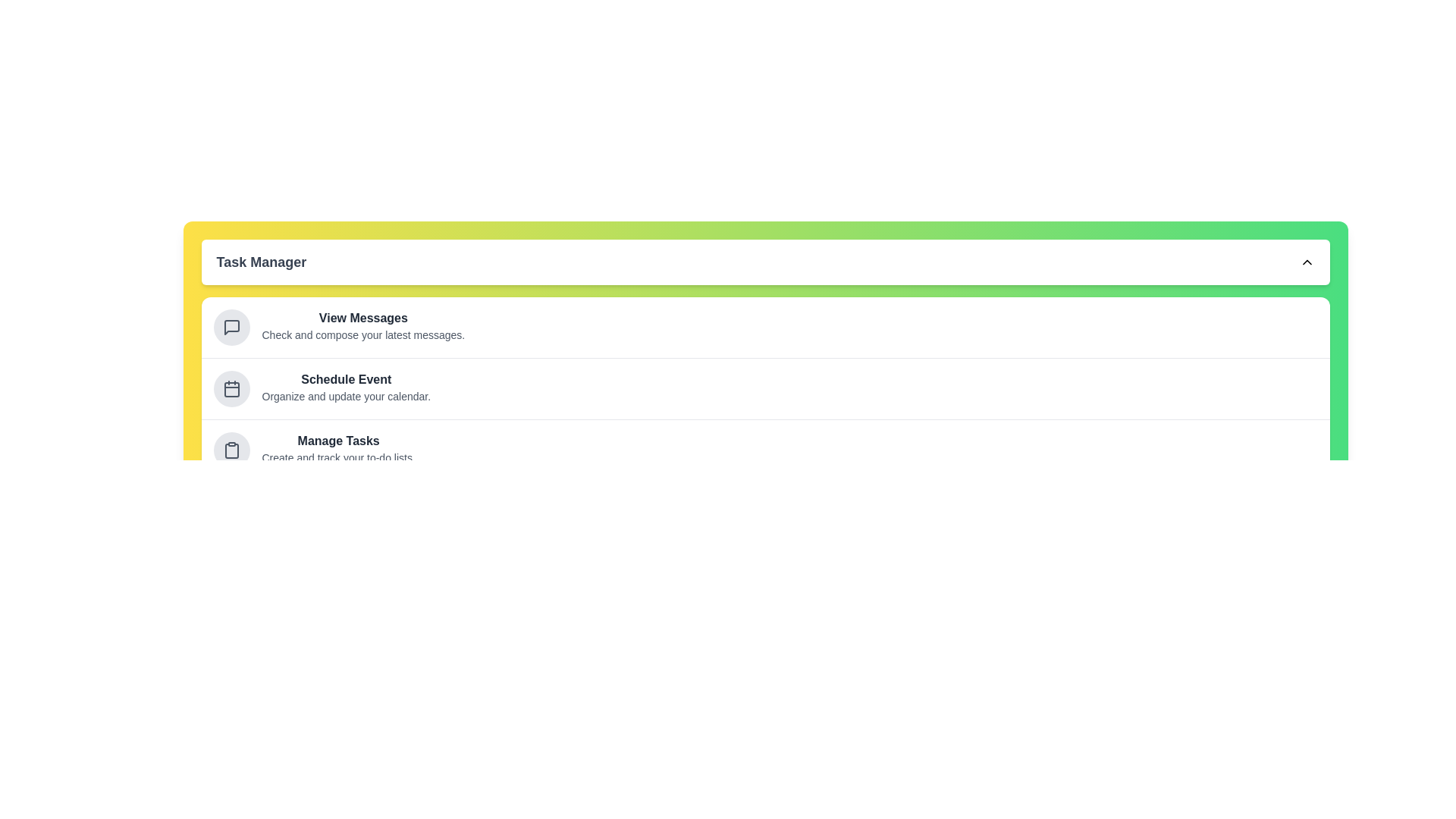  Describe the element at coordinates (231, 450) in the screenshot. I see `the task item Manage Tasks from the list` at that location.